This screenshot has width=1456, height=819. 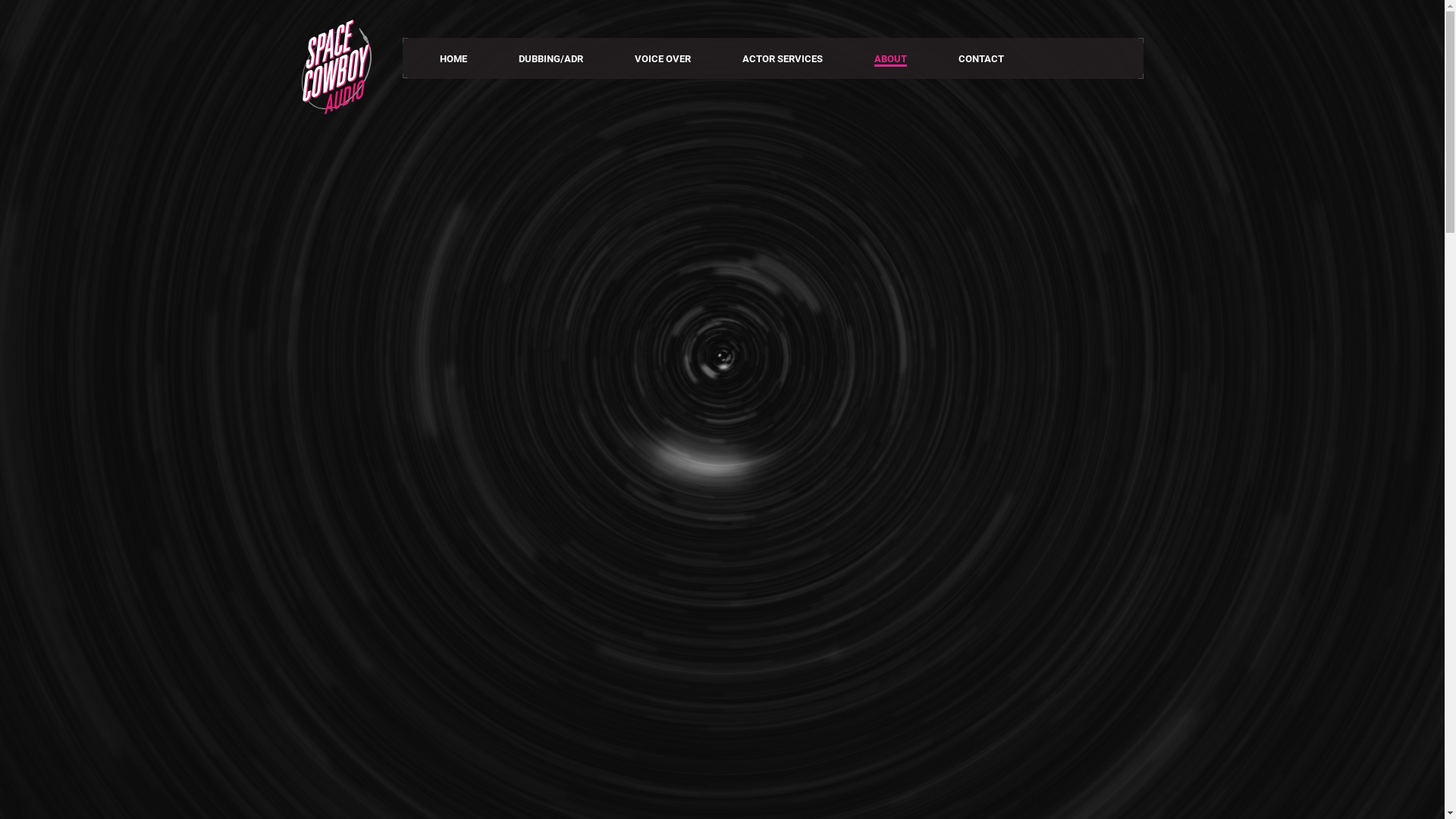 What do you see at coordinates (662, 58) in the screenshot?
I see `'VOICE OVER'` at bounding box center [662, 58].